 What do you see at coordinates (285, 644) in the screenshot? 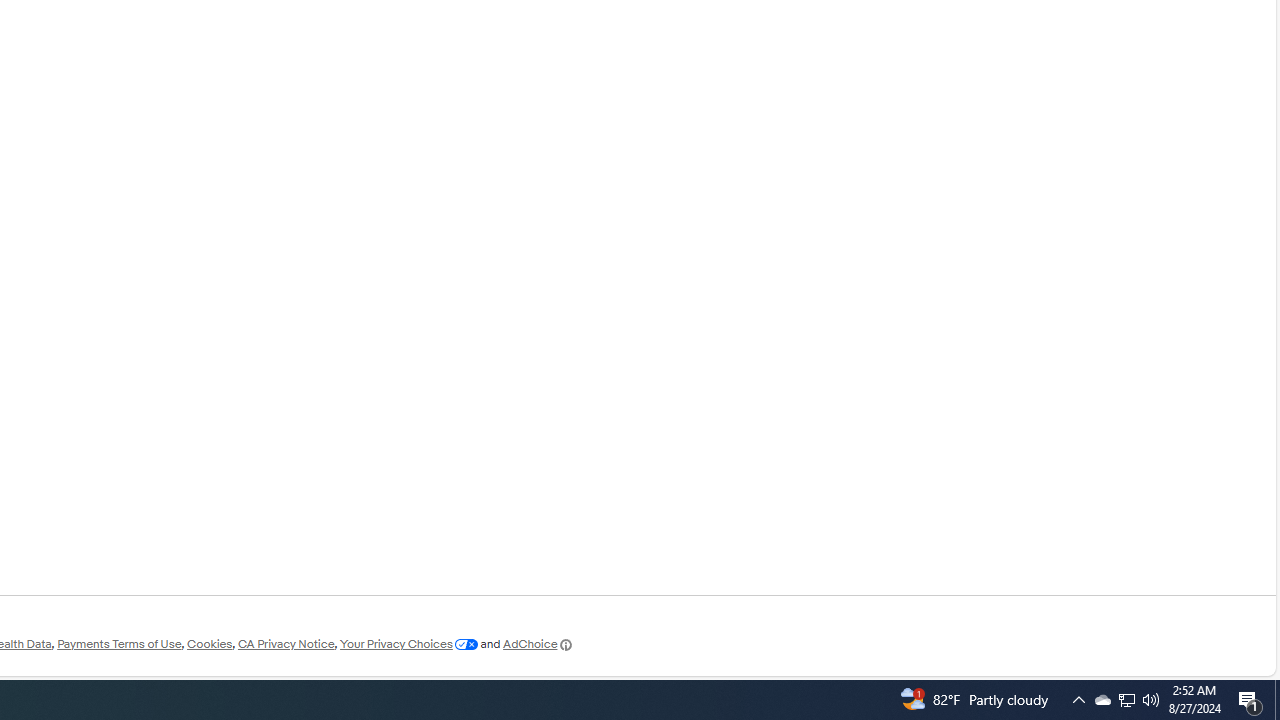
I see `'CA Privacy Notice'` at bounding box center [285, 644].